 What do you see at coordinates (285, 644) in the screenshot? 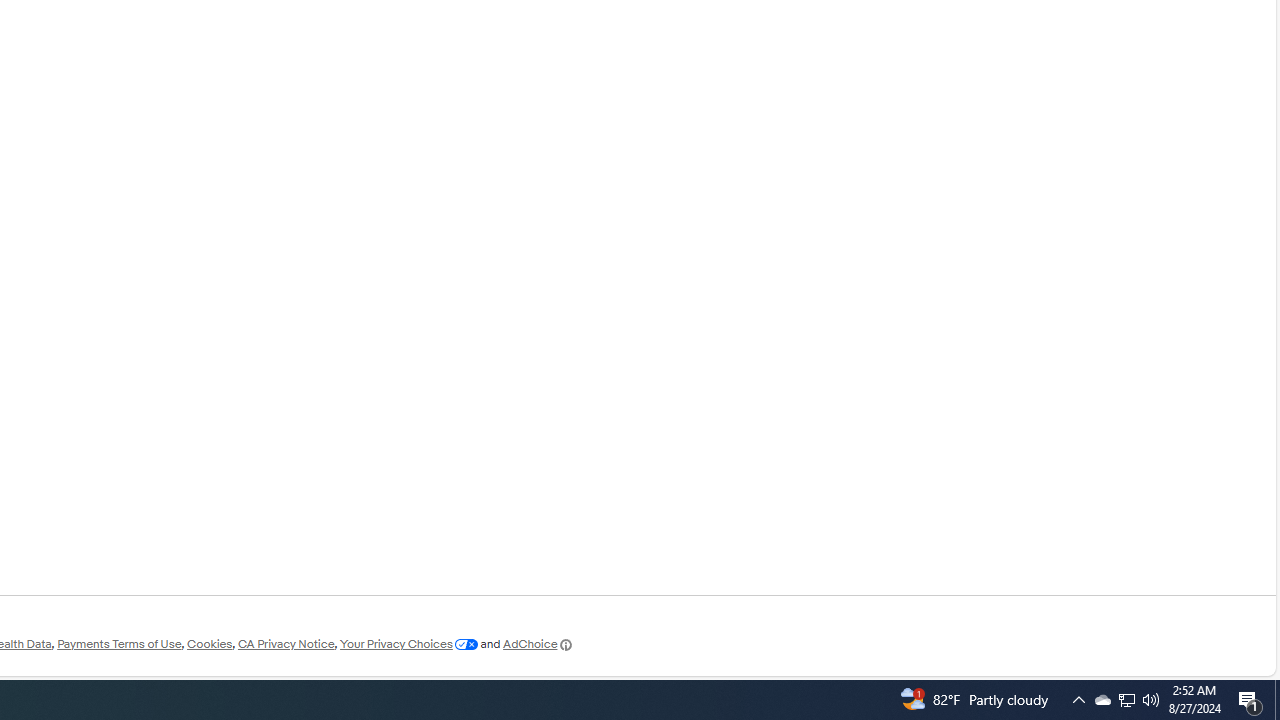
I see `'CA Privacy Notice'` at bounding box center [285, 644].